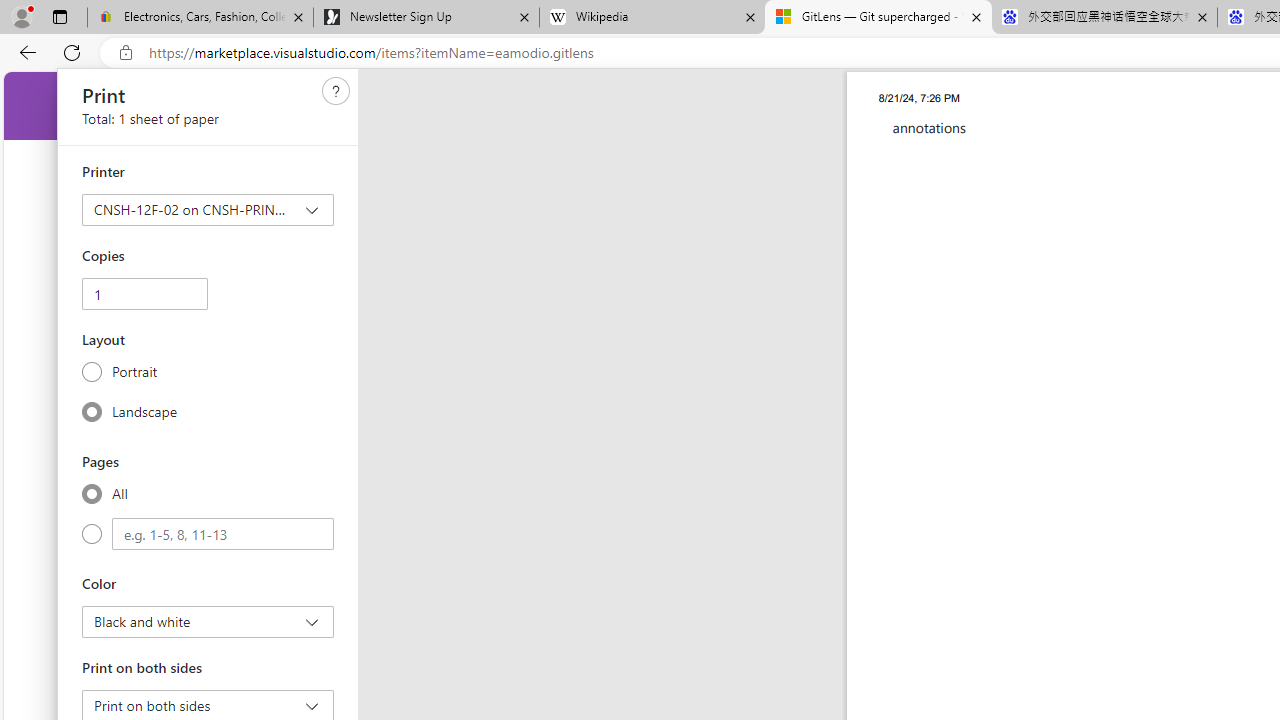 The height and width of the screenshot is (720, 1280). What do you see at coordinates (336, 91) in the screenshot?
I see `'Class: c0129'` at bounding box center [336, 91].